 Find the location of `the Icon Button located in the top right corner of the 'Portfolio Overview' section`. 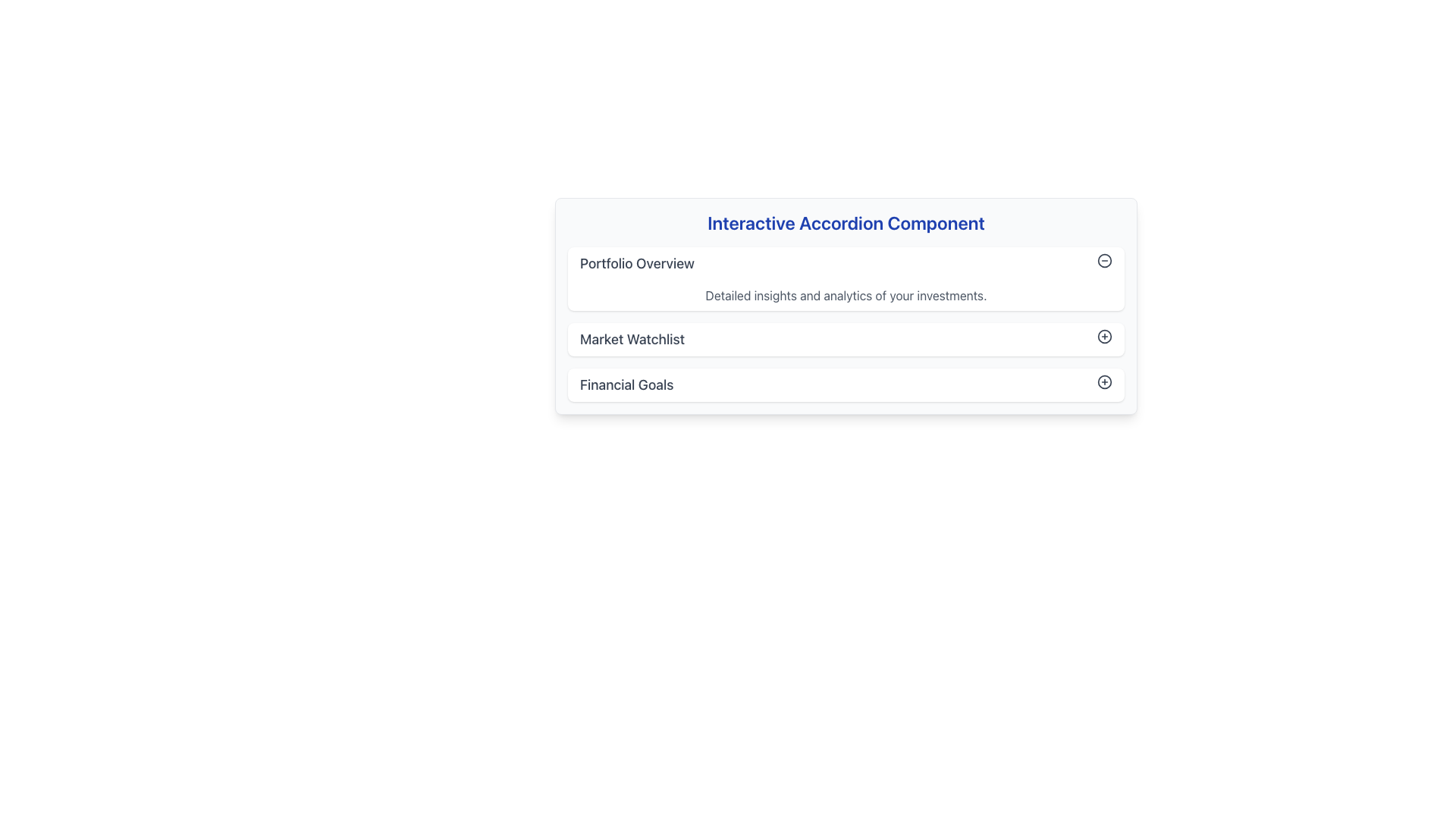

the Icon Button located in the top right corner of the 'Portfolio Overview' section is located at coordinates (1105, 259).